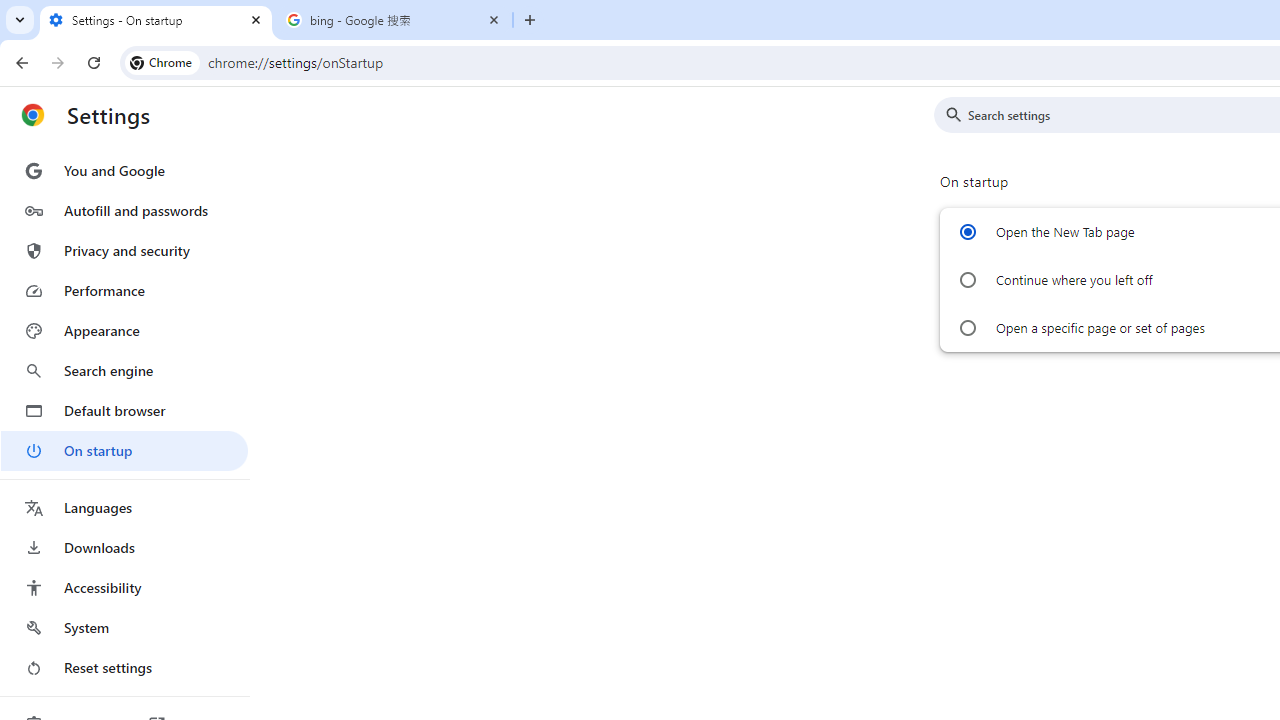 The image size is (1280, 720). What do you see at coordinates (123, 451) in the screenshot?
I see `'On startup'` at bounding box center [123, 451].